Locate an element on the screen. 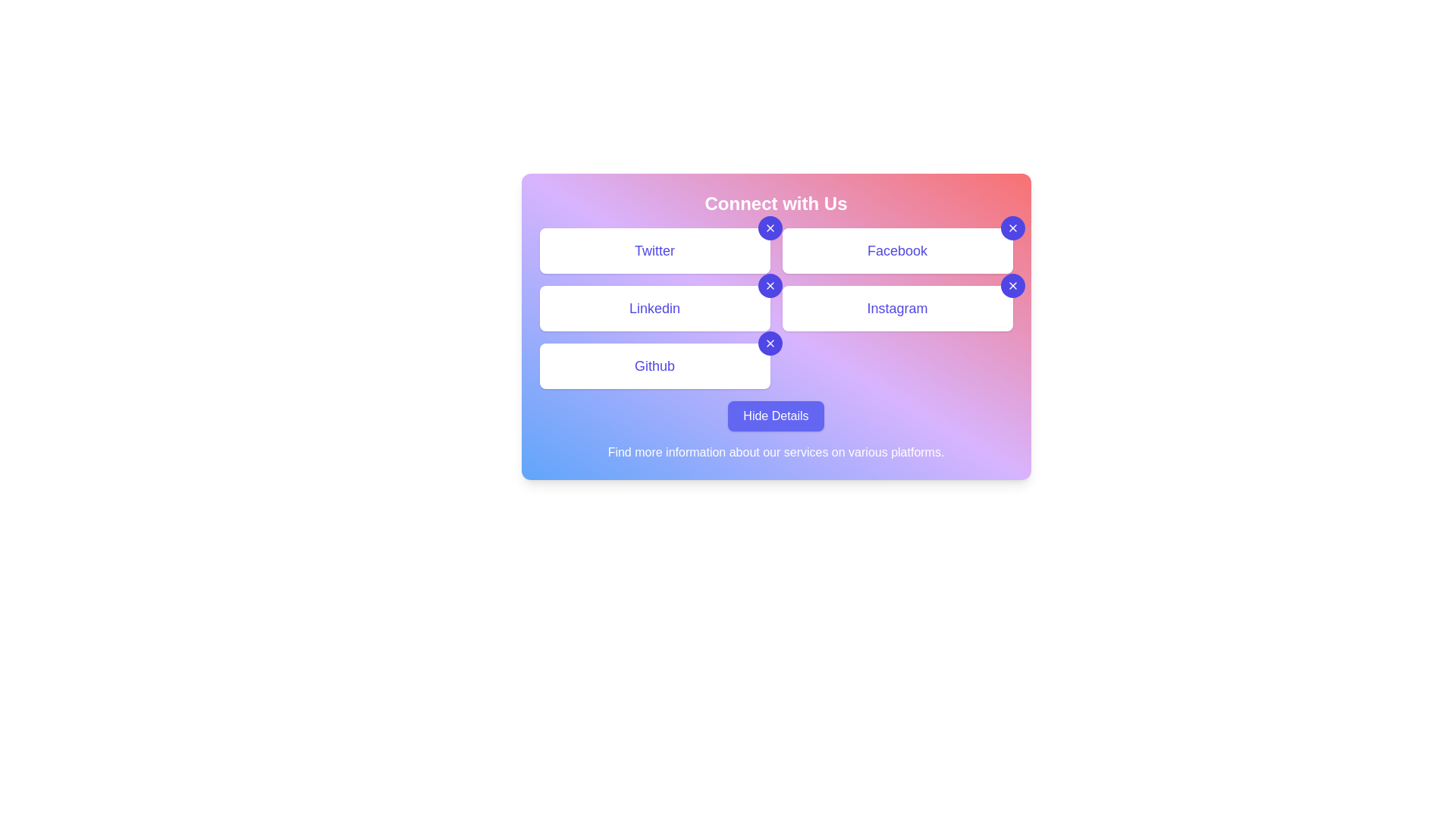 This screenshot has height=819, width=1456. the non-interactive Text Label that identifies the Instagram card within the 'Connect with Us' section is located at coordinates (897, 308).